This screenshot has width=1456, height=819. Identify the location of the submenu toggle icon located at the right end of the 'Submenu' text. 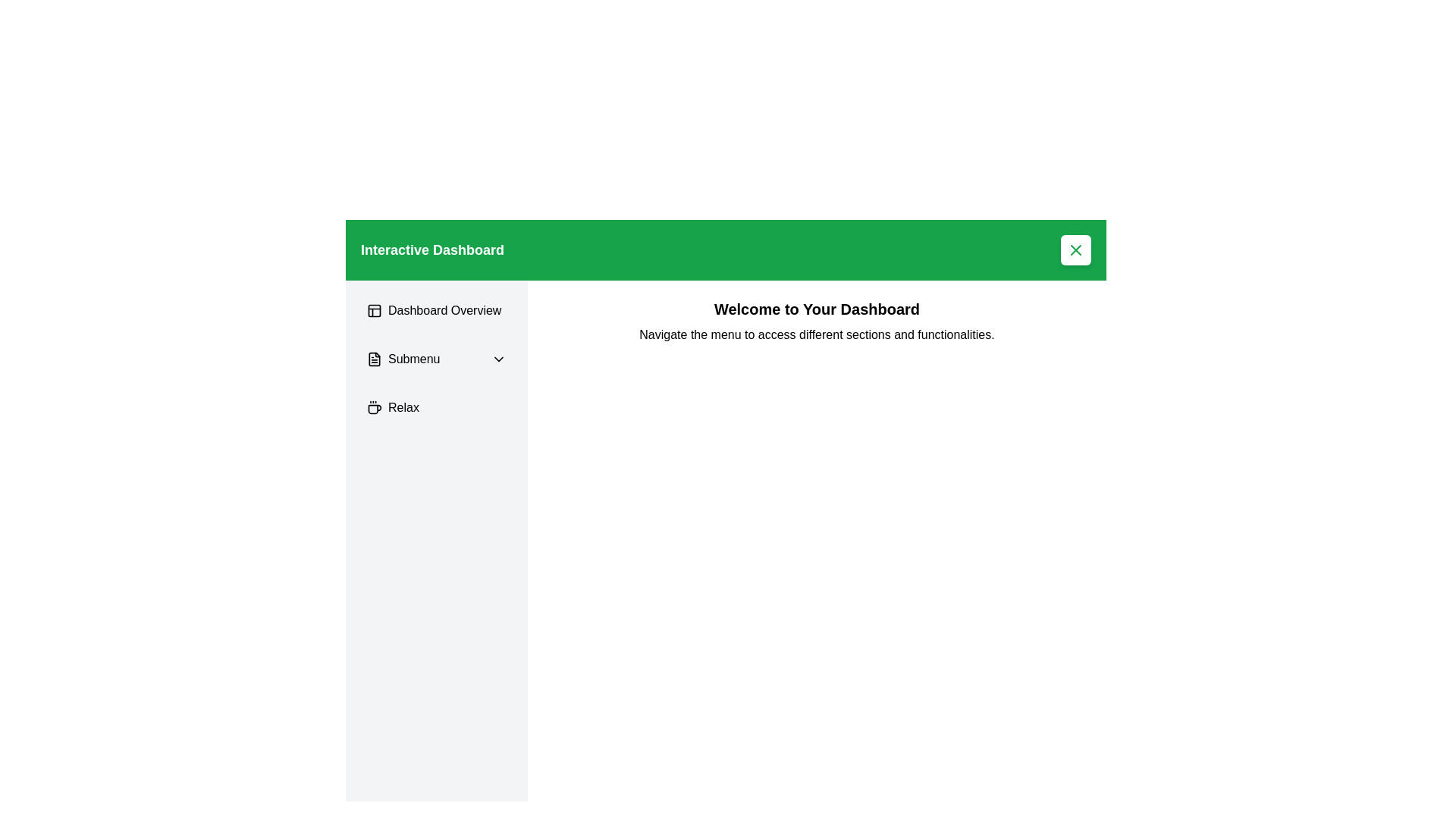
(498, 359).